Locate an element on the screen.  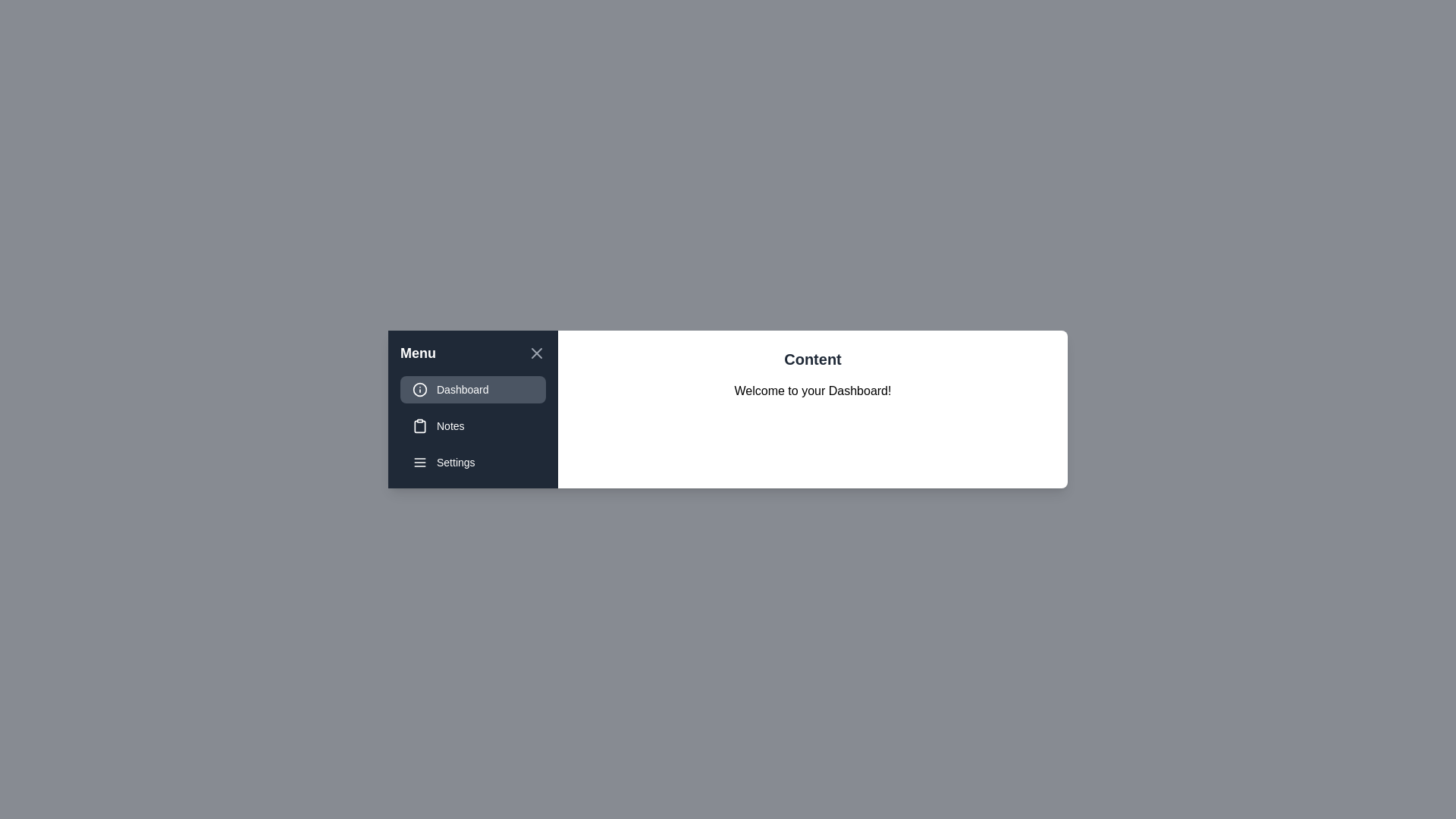
the lower part of the clipboard icon, which is the second icon in the vertical navigation menu related to the 'Notes' label is located at coordinates (419, 426).